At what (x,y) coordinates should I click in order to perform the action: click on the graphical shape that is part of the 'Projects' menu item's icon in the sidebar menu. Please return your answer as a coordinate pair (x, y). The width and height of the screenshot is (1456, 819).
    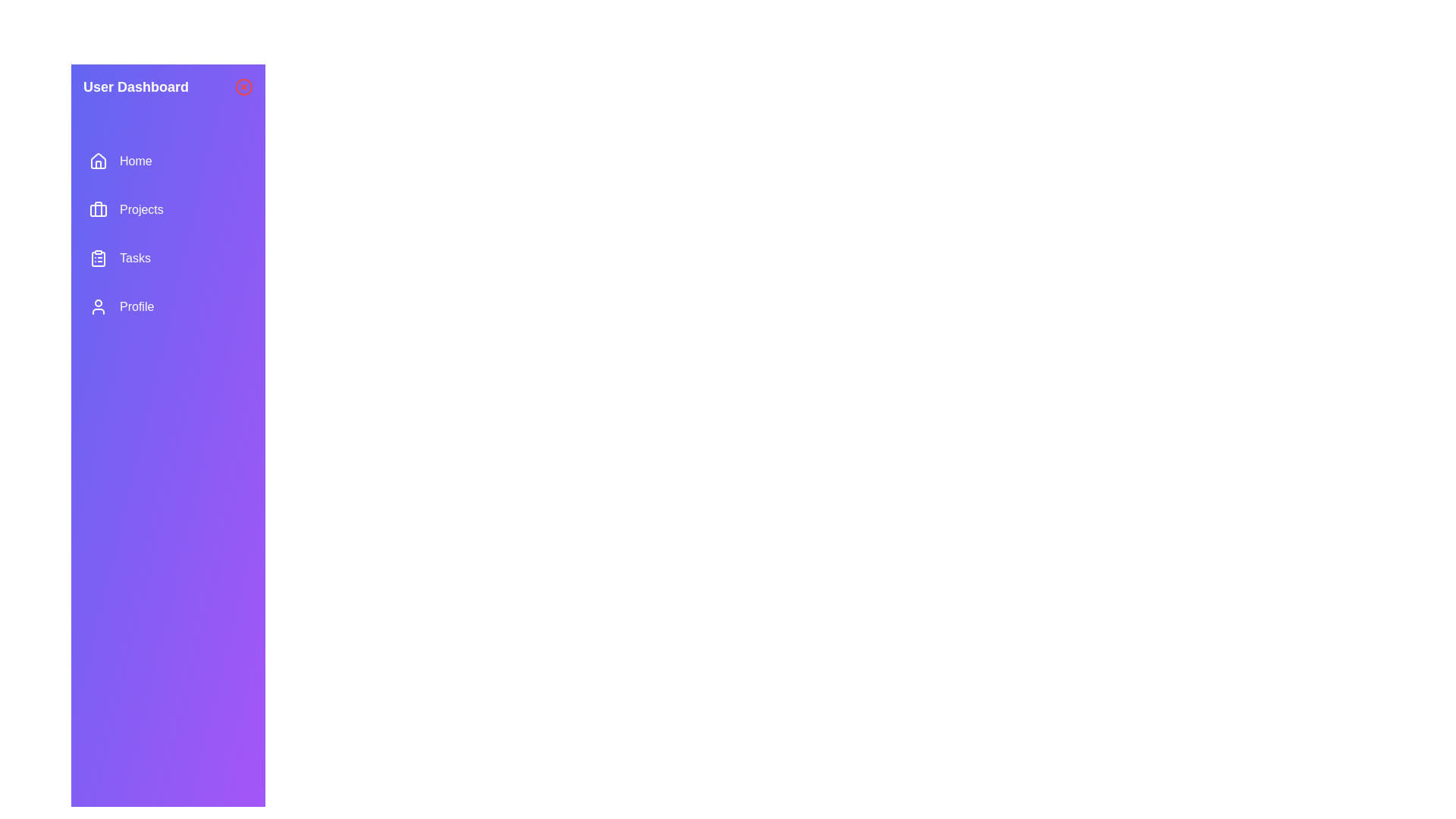
    Looking at the image, I should click on (97, 210).